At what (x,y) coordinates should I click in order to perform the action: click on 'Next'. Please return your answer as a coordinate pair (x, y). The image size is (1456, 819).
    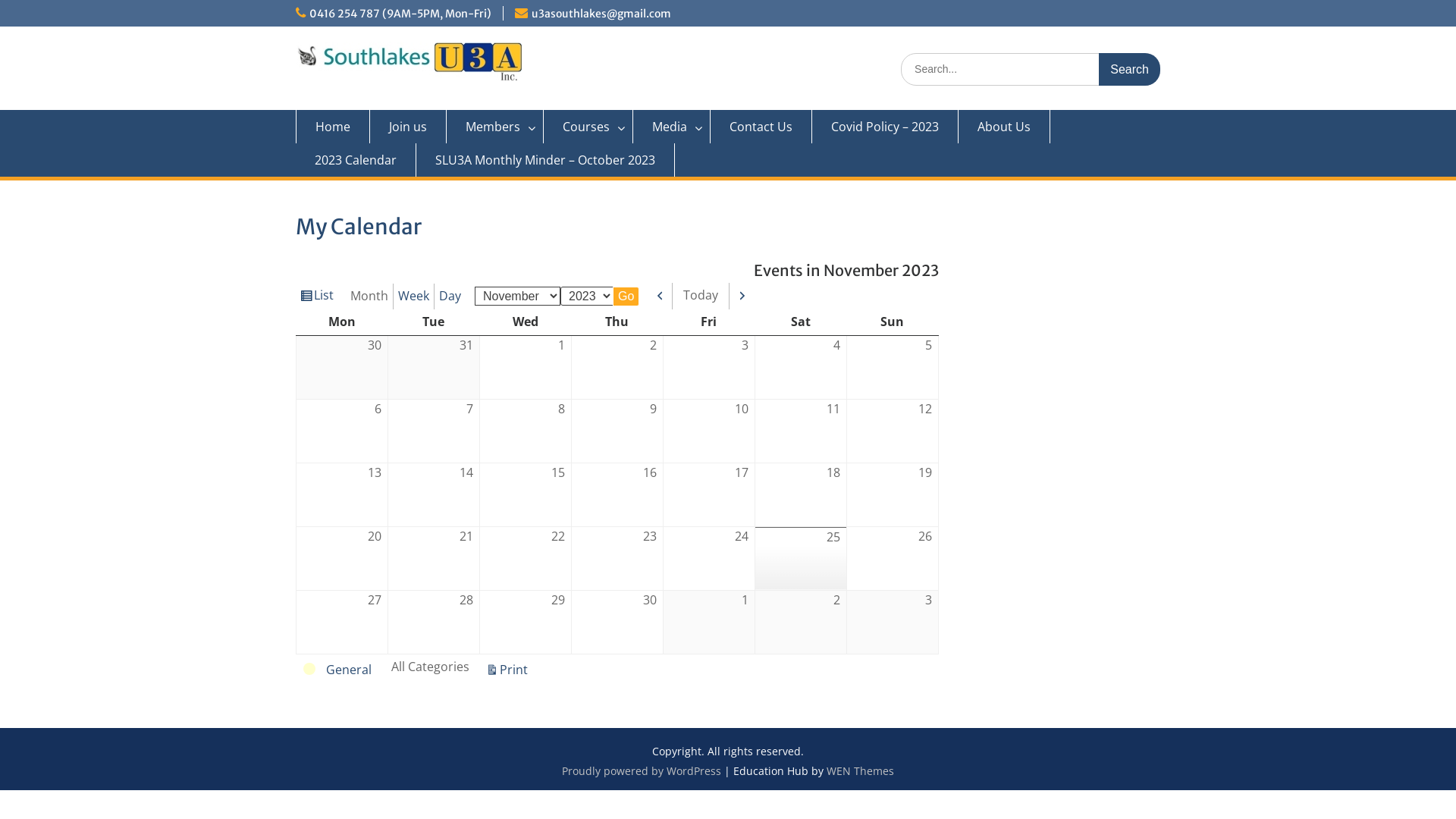
    Looking at the image, I should click on (742, 296).